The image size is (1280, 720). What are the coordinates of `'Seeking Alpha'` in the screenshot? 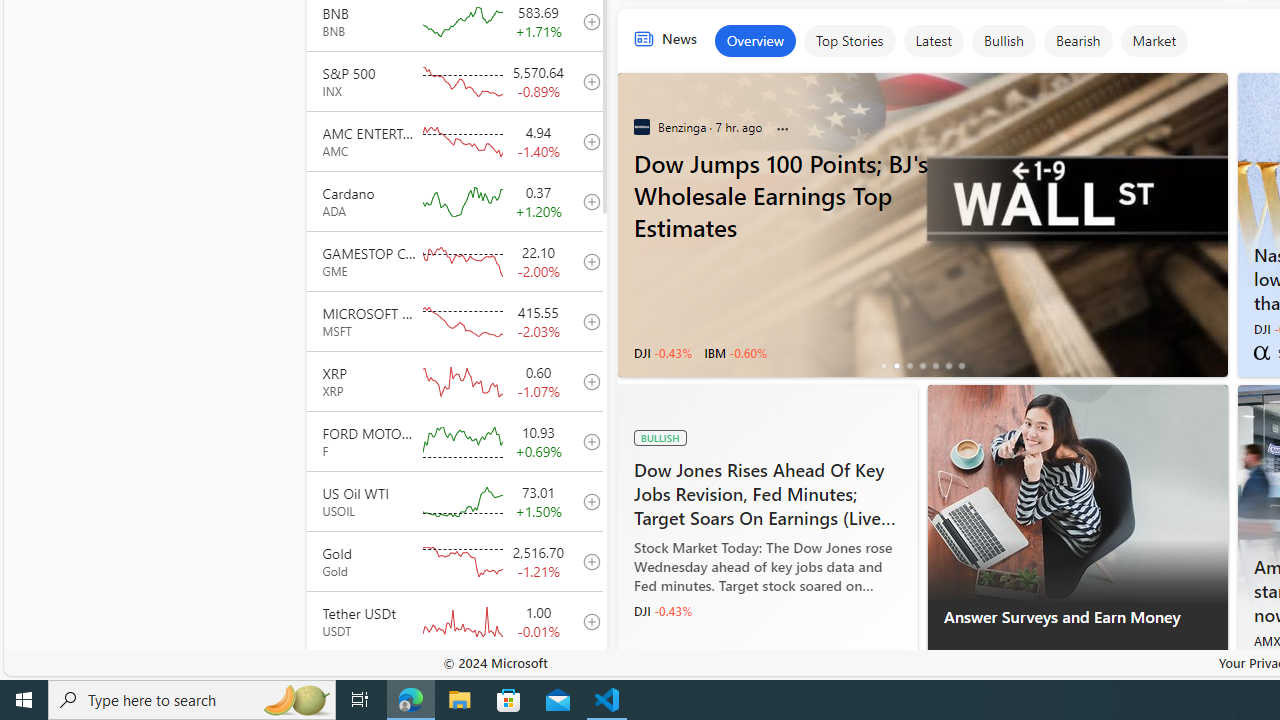 It's located at (1260, 351).